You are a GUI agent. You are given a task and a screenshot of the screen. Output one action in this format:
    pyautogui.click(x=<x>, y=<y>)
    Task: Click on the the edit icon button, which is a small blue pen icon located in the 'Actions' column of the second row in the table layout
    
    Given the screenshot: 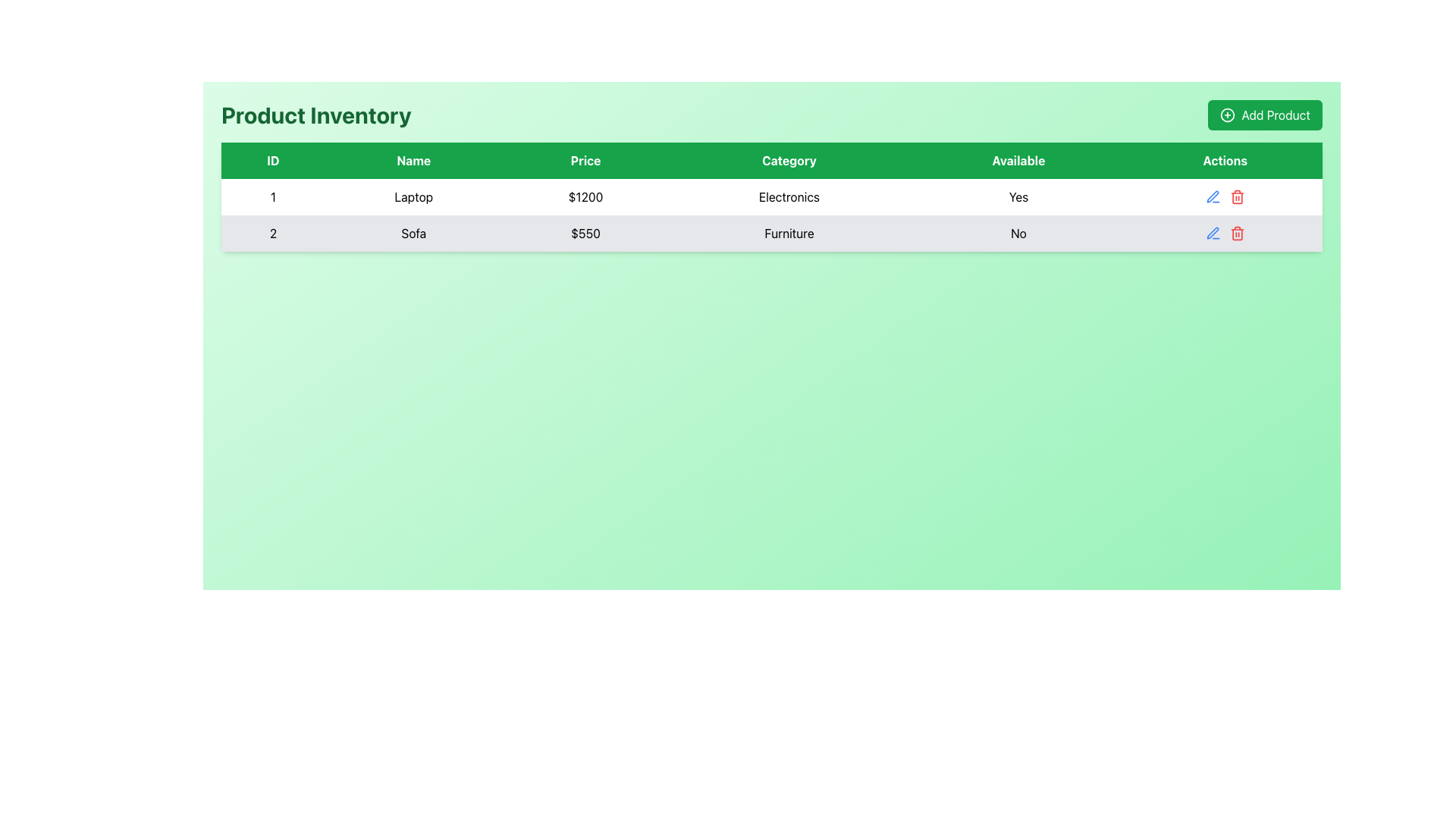 What is the action you would take?
    pyautogui.click(x=1212, y=196)
    